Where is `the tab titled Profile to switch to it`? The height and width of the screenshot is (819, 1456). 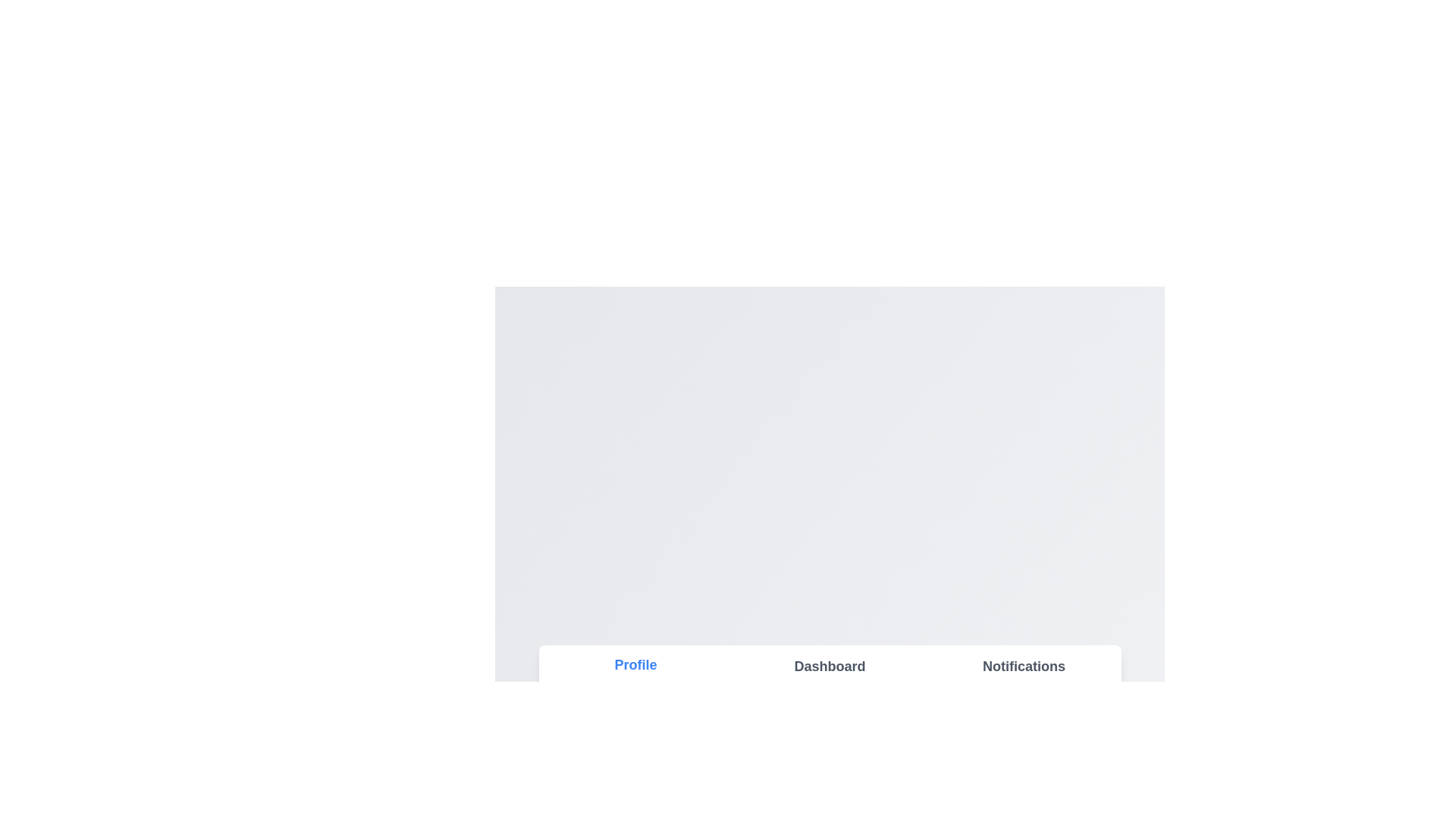
the tab titled Profile to switch to it is located at coordinates (635, 666).